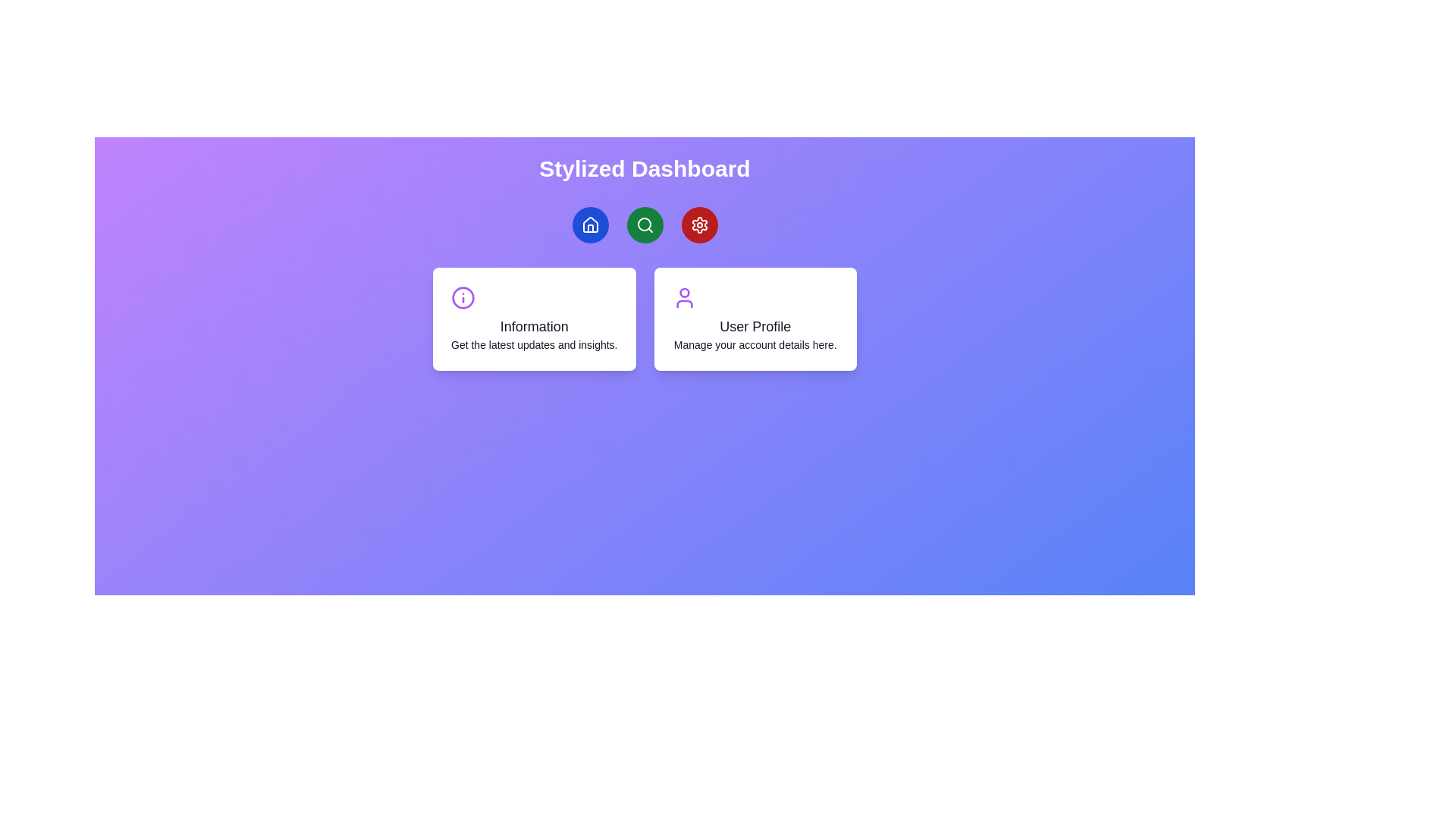 Image resolution: width=1456 pixels, height=819 pixels. Describe the element at coordinates (645, 225) in the screenshot. I see `the circular search button with a green background and a magnifying glass symbol, located between the blue house button and the red gear button, to initiate a search action` at that location.